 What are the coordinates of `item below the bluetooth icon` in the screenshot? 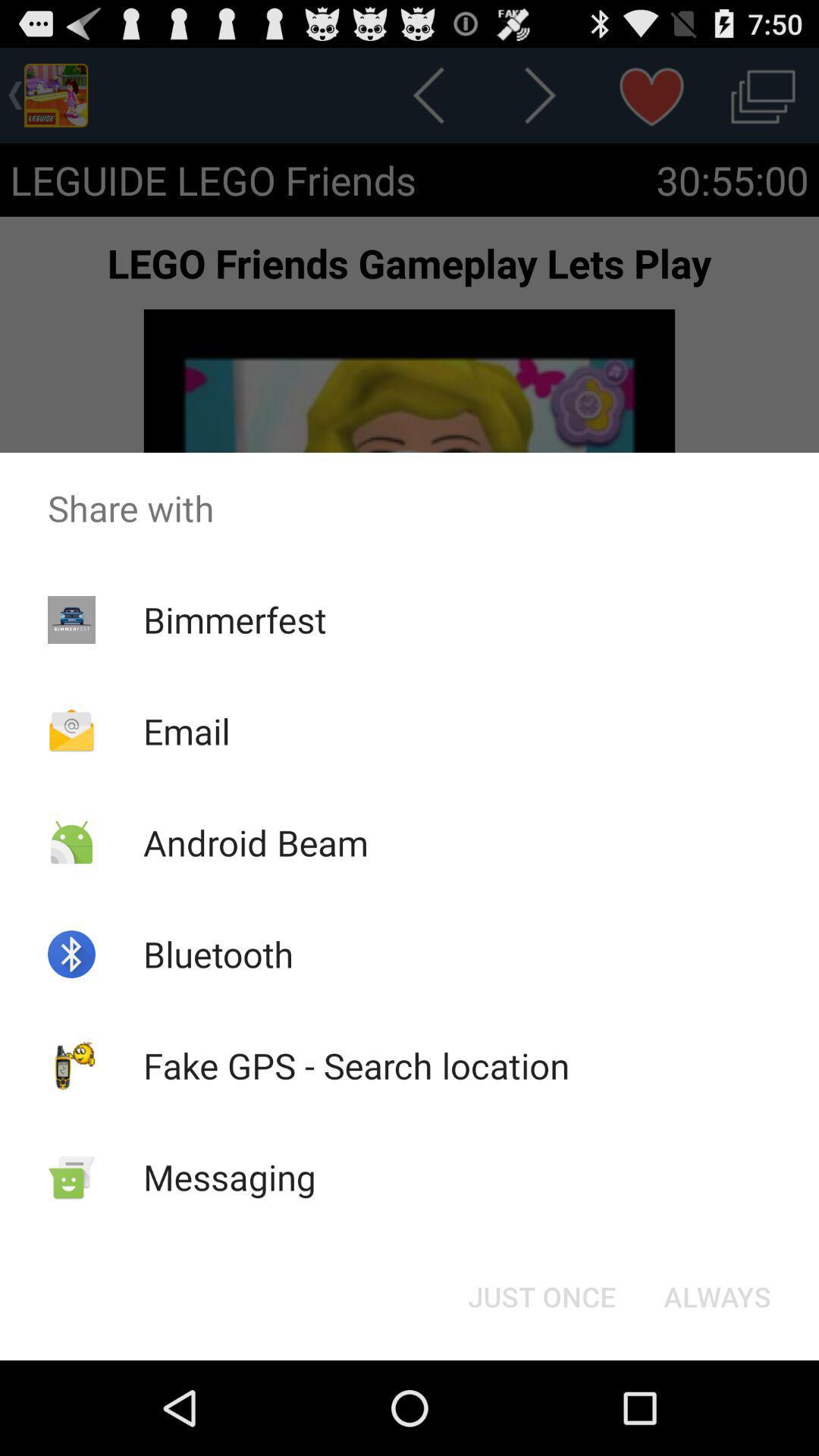 It's located at (356, 1065).